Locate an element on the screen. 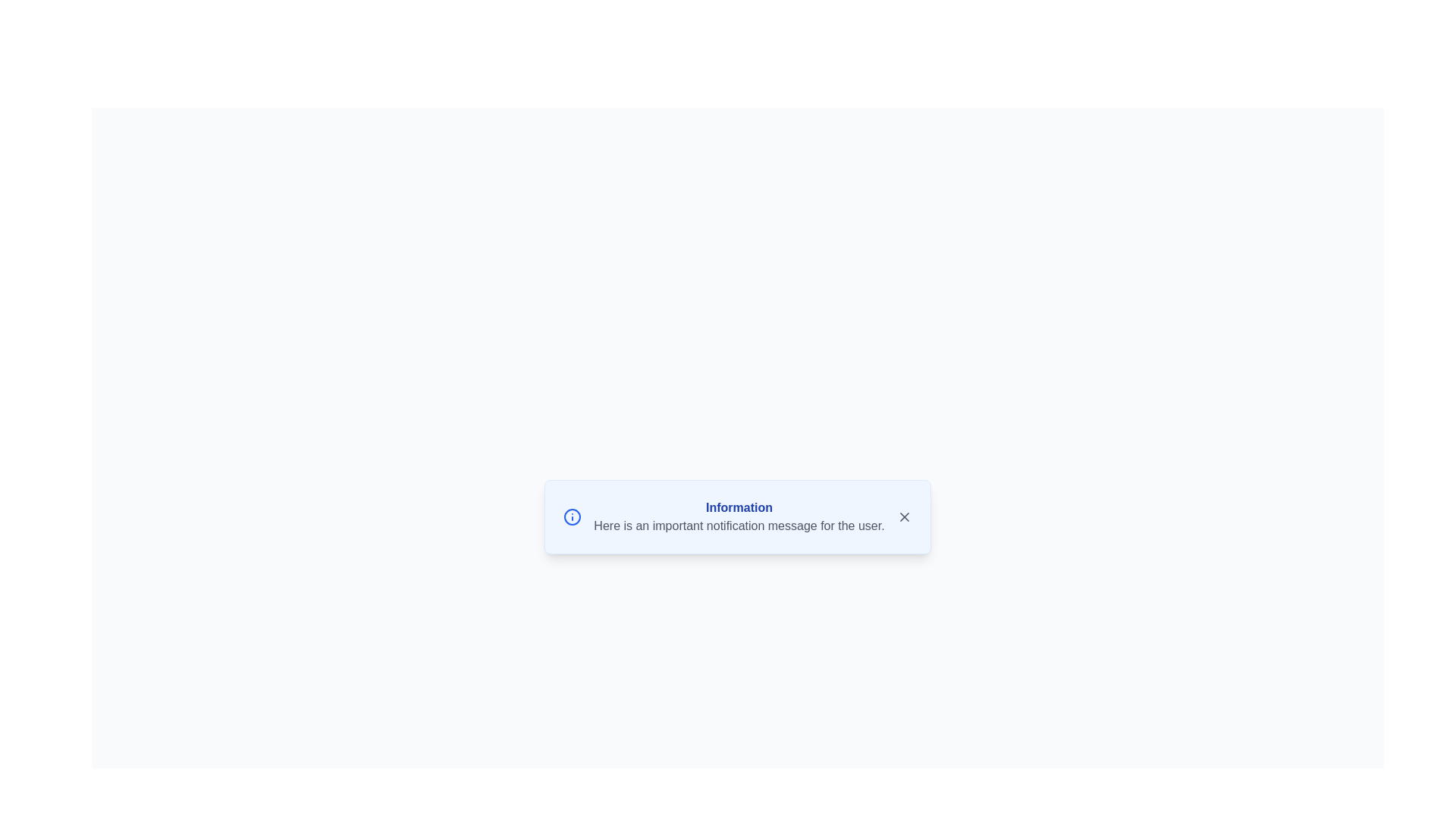  the close (X) button located at the top-right corner of the notification panel is located at coordinates (904, 516).